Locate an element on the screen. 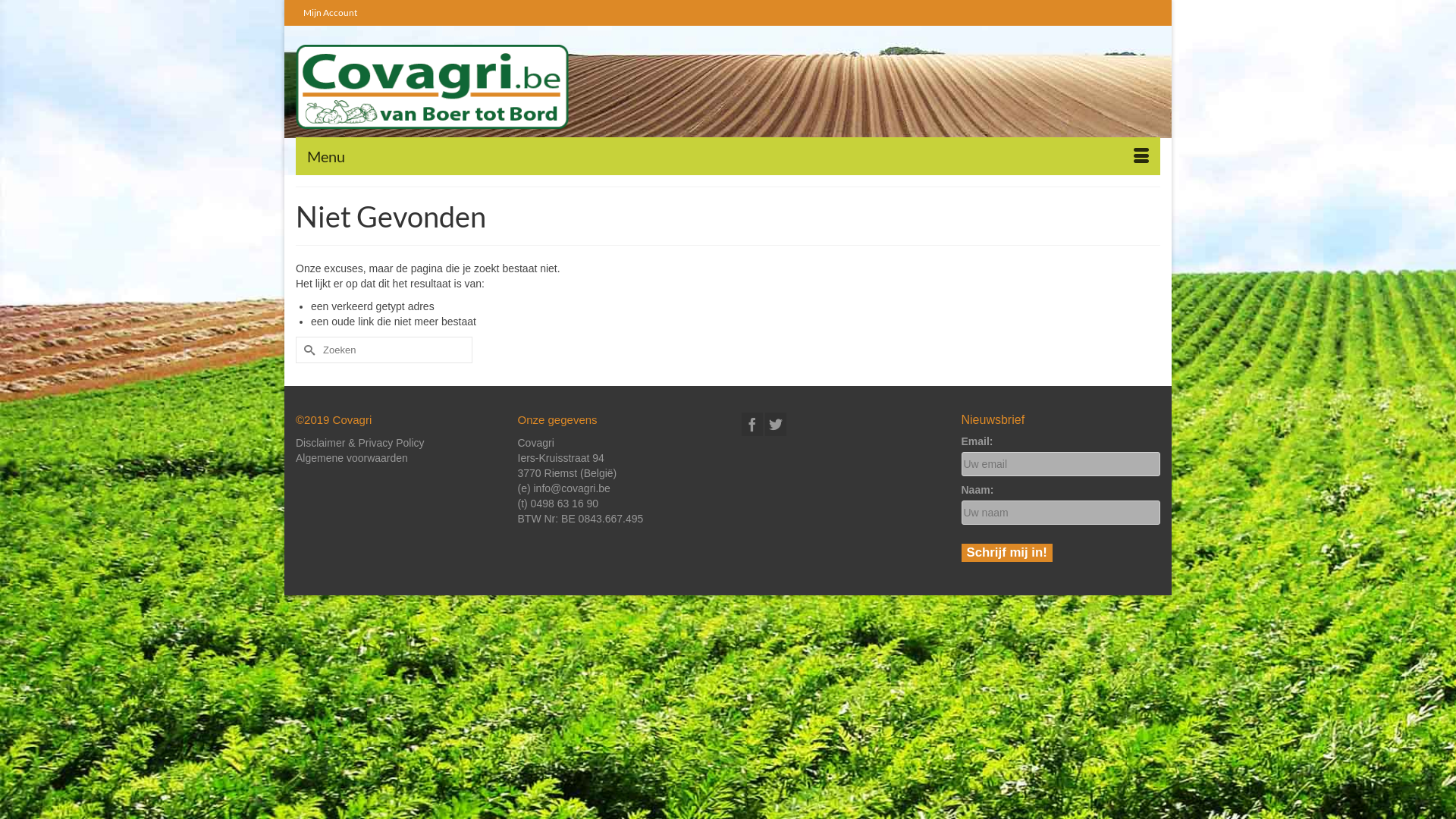 The height and width of the screenshot is (819, 1456). 'Mijn Account' is located at coordinates (329, 12).